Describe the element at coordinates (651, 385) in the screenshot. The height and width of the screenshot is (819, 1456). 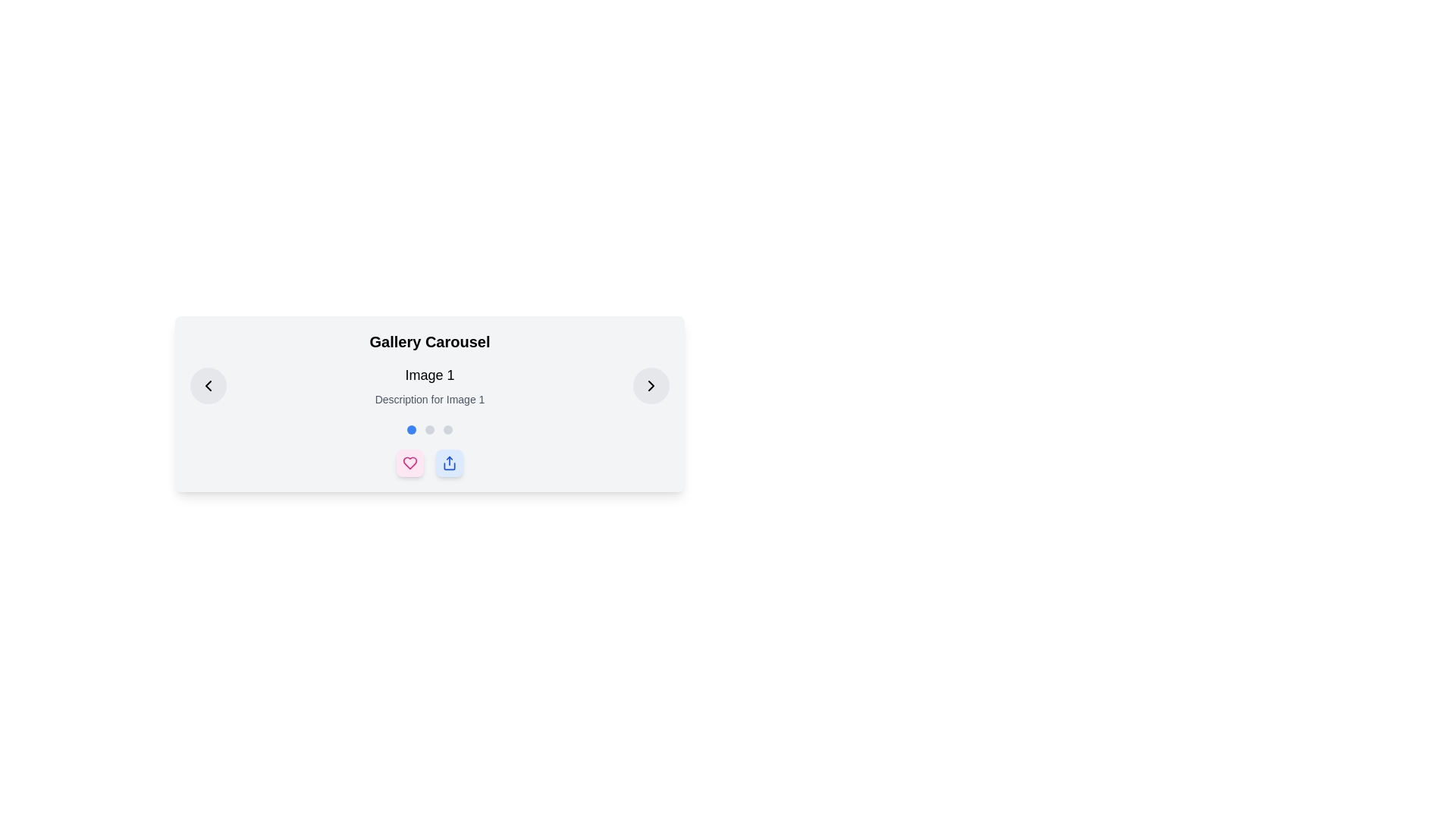
I see `the right-pointing triangular arrow icon located in the center of the right-hand circular navigation button of the carousel` at that location.